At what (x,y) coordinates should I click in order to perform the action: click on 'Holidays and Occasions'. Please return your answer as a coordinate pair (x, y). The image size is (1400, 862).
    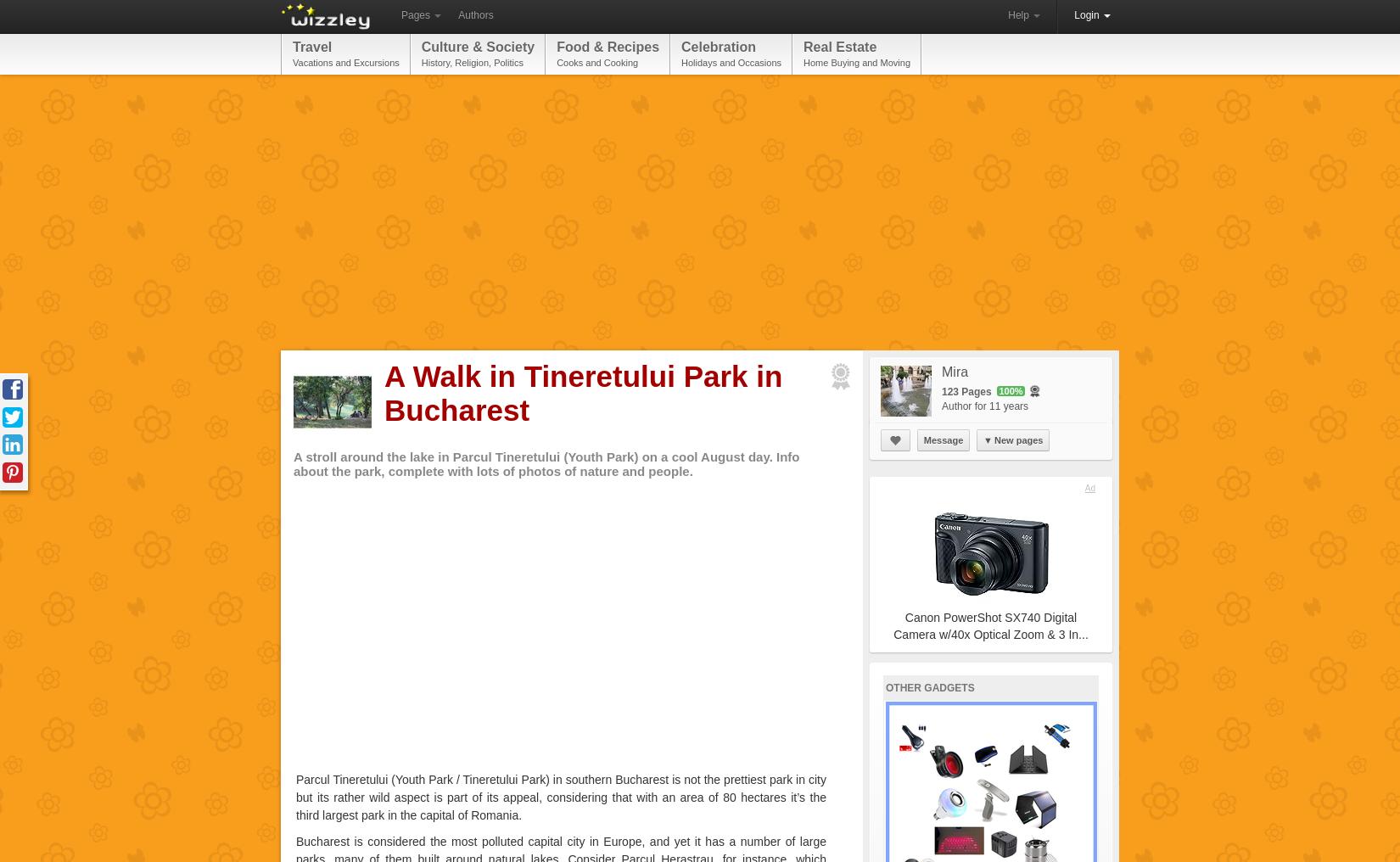
    Looking at the image, I should click on (731, 62).